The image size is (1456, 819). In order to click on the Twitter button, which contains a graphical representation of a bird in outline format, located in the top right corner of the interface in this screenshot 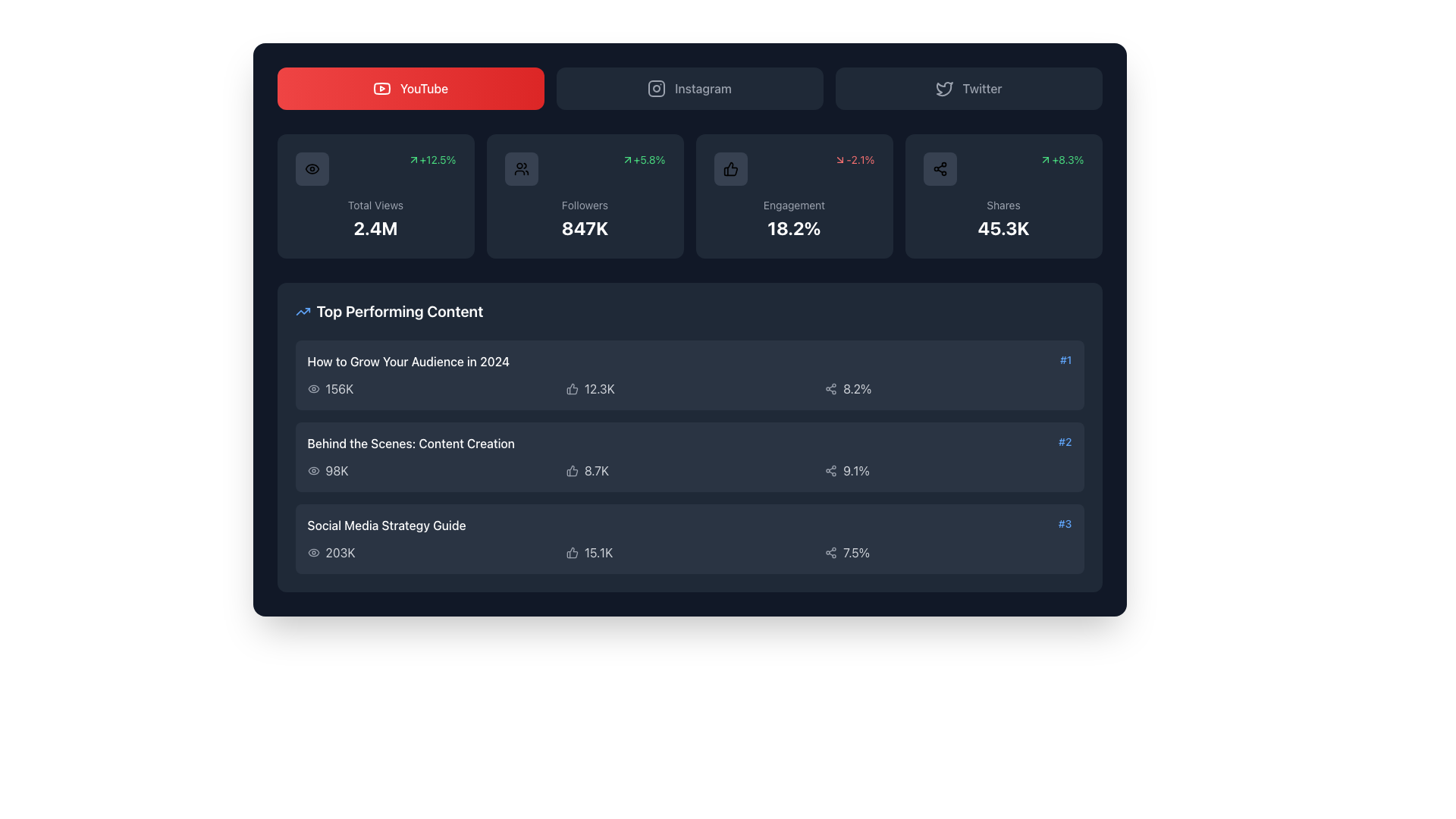, I will do `click(943, 89)`.